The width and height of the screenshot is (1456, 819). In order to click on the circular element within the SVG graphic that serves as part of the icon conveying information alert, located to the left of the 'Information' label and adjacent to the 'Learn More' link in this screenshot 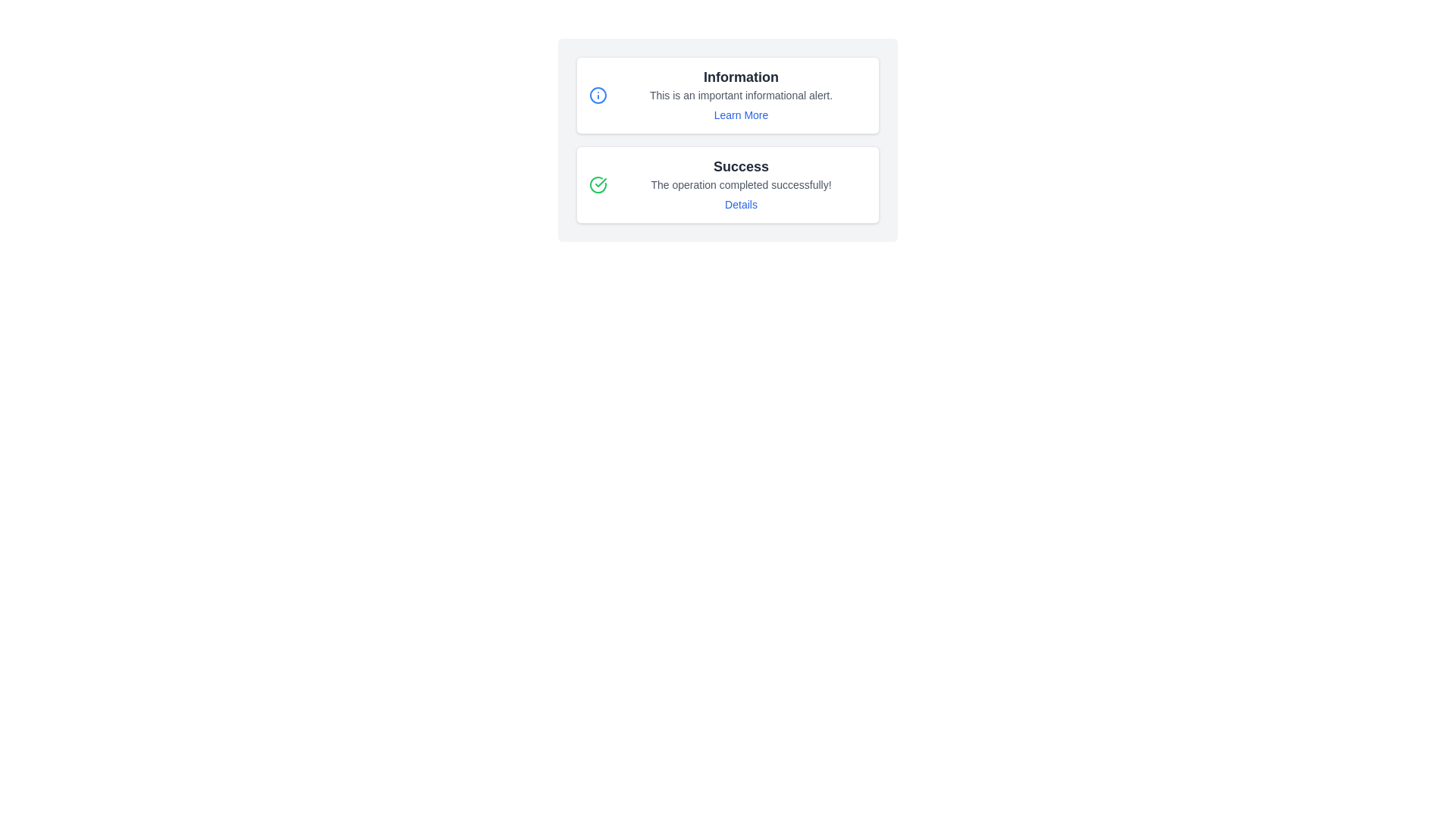, I will do `click(597, 96)`.